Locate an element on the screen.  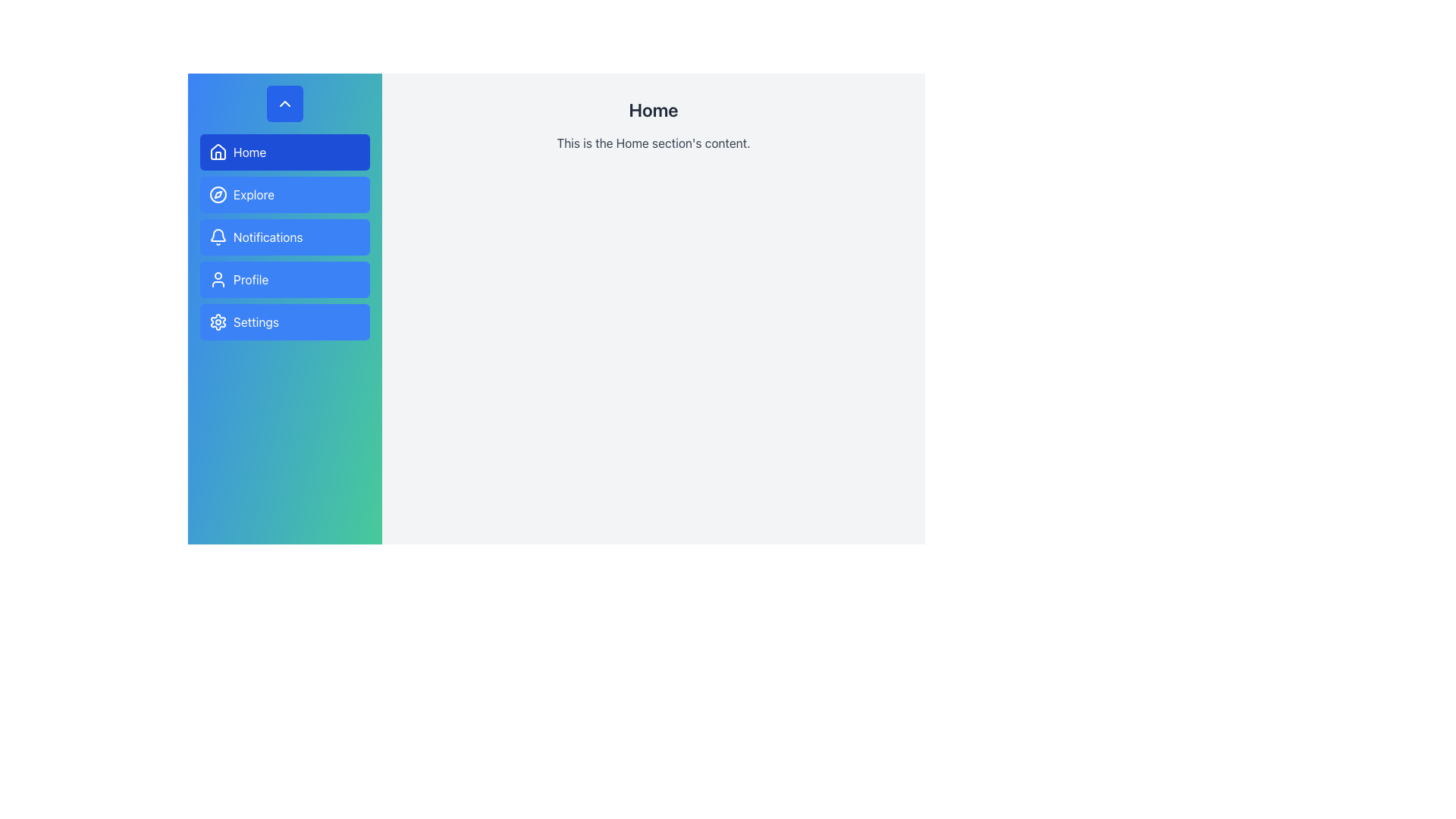
the text label 'Explore' which is positioned inside a button with a blue background is located at coordinates (254, 194).